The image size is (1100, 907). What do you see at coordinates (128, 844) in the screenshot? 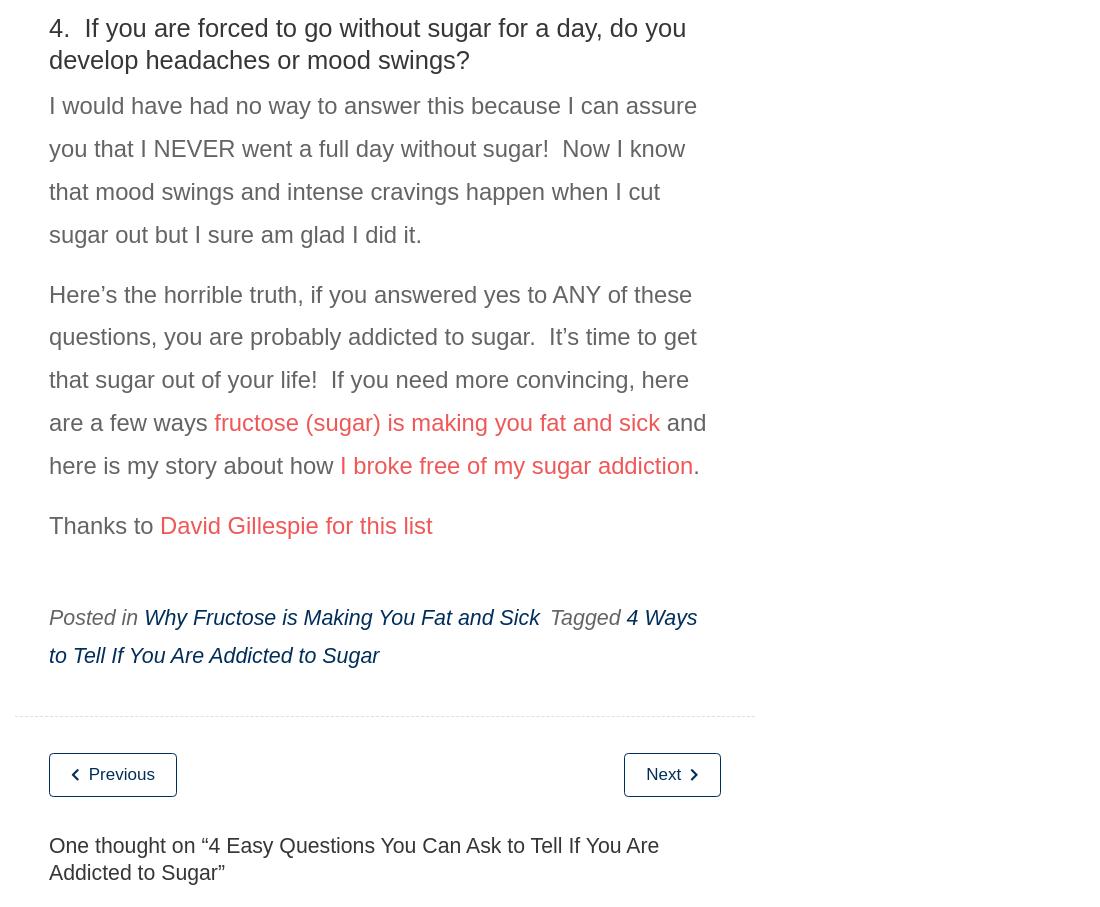
I see `'One thought on “'` at bounding box center [128, 844].